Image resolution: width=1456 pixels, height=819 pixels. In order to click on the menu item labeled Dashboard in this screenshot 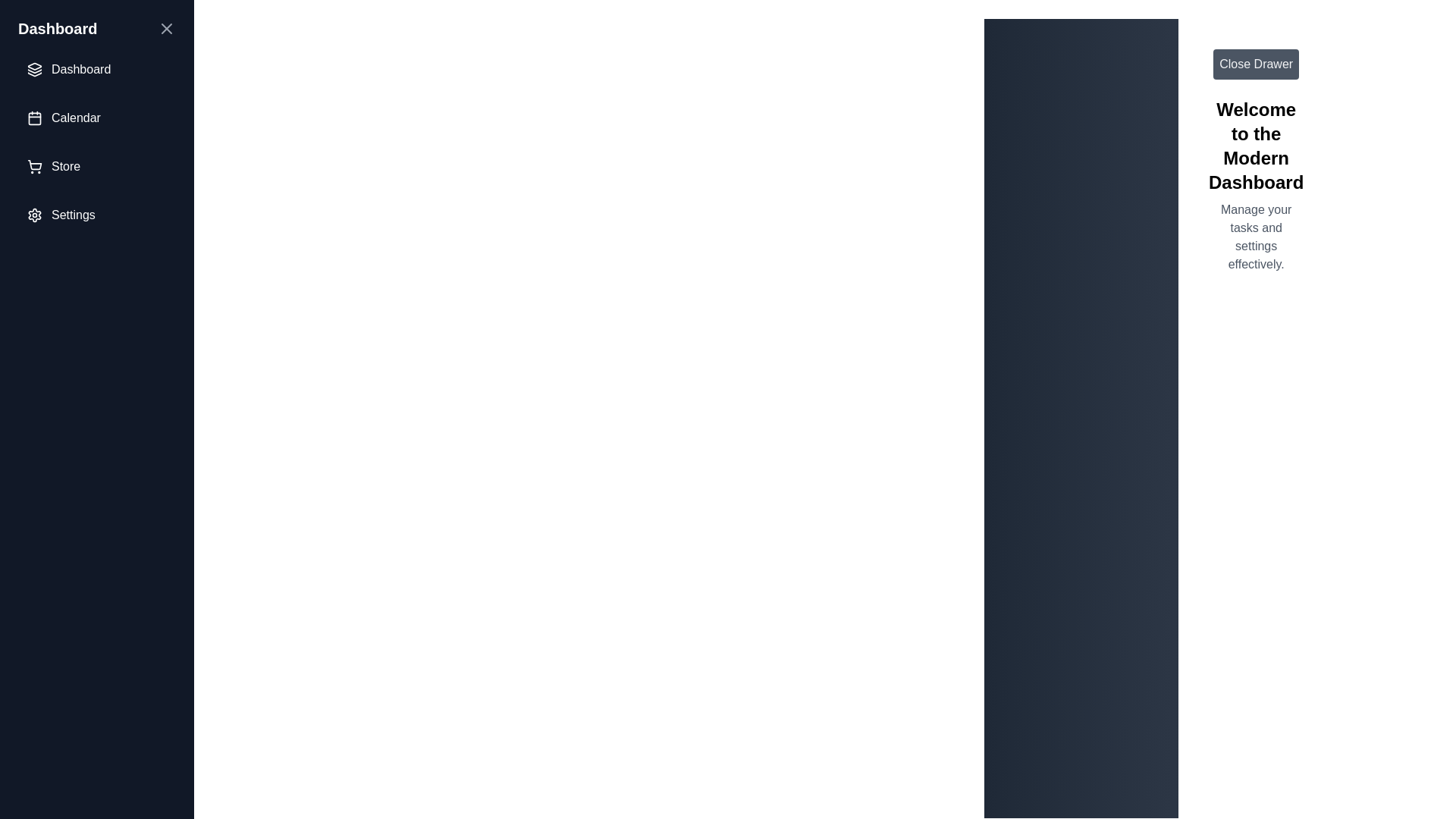, I will do `click(96, 70)`.